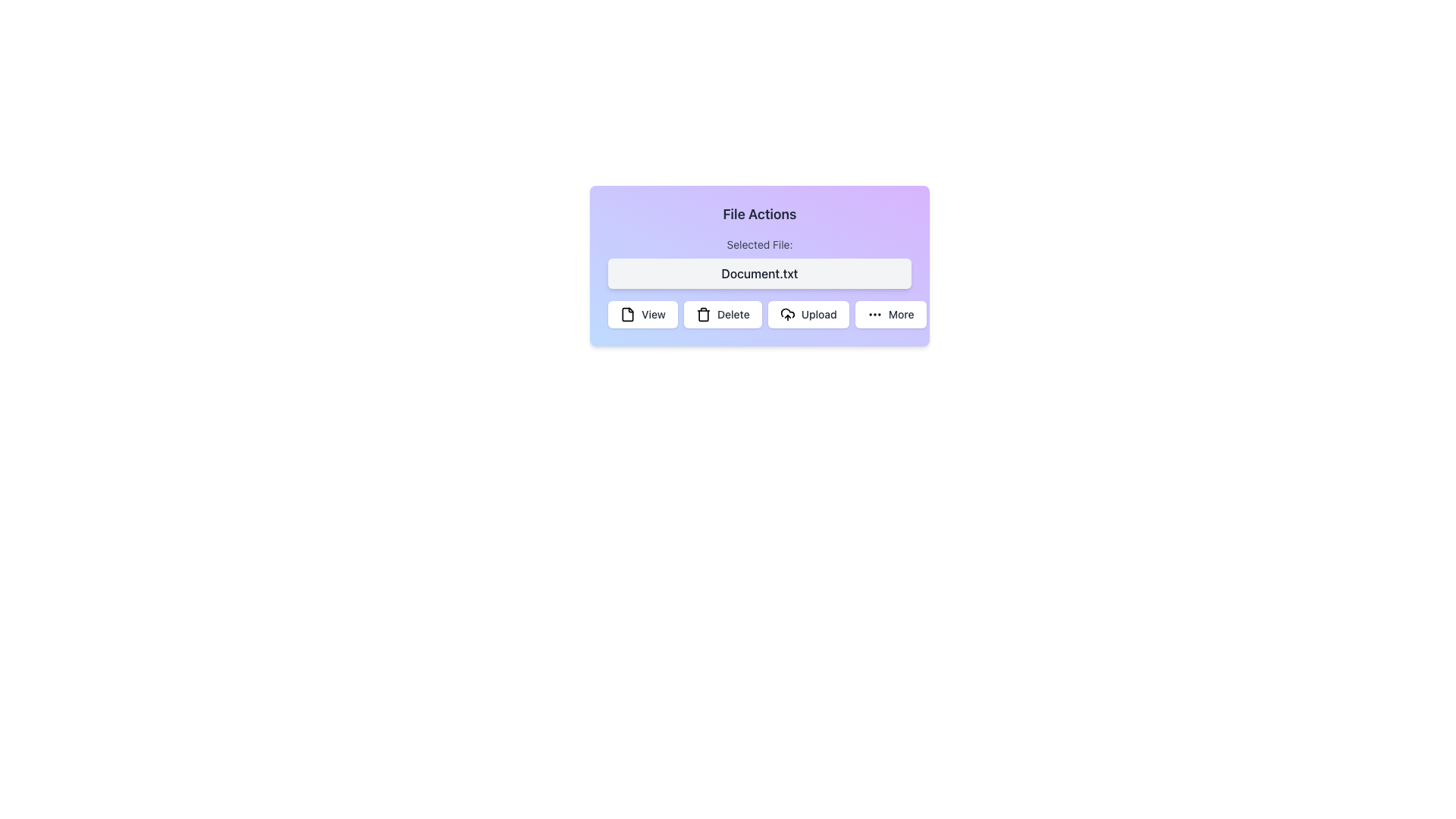  What do you see at coordinates (760, 262) in the screenshot?
I see `the Label indicating the name of the selected file, located below the 'File Actions' header and above the action buttons` at bounding box center [760, 262].